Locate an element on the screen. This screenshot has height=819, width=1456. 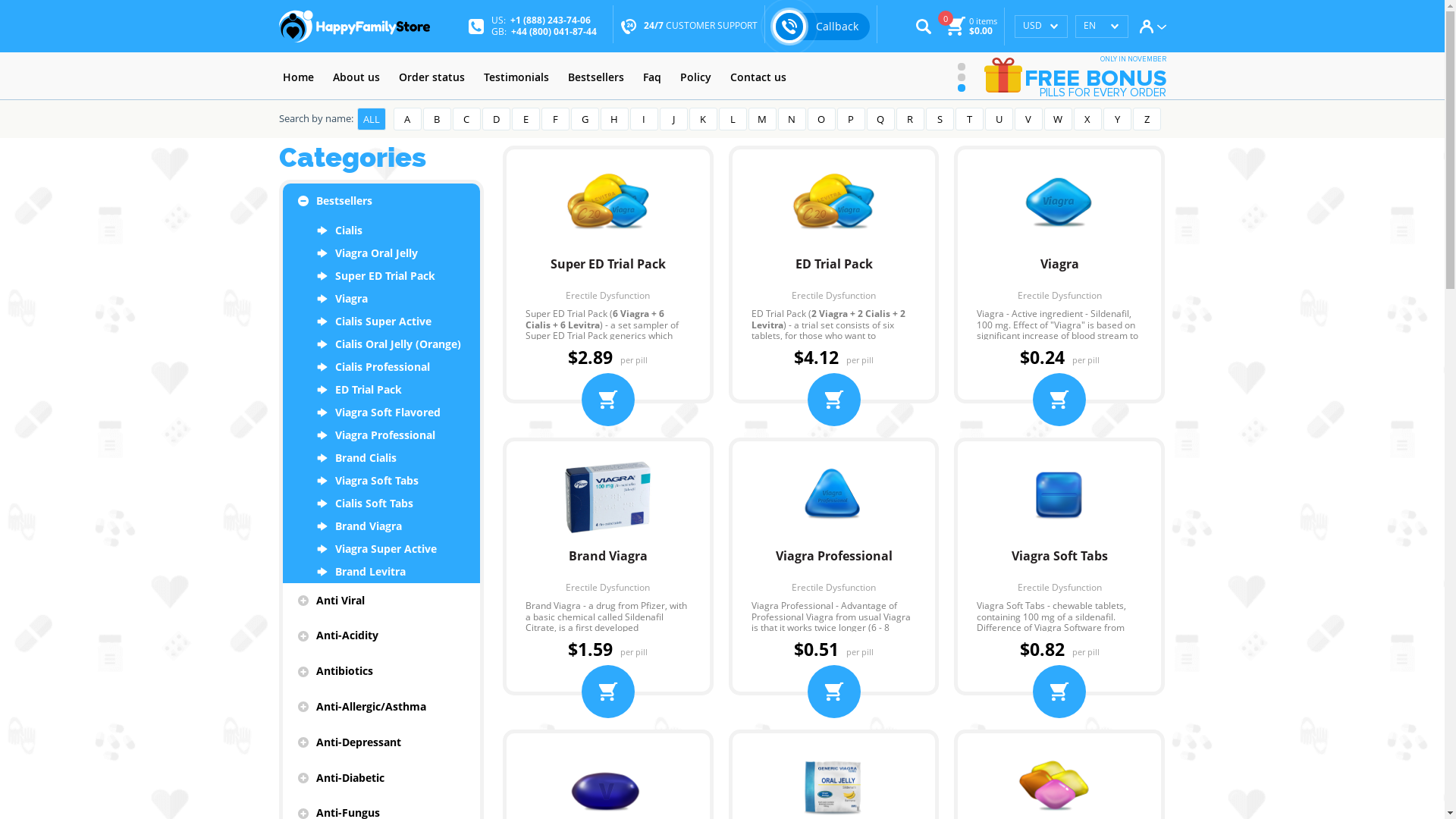
'E' is located at coordinates (525, 118).